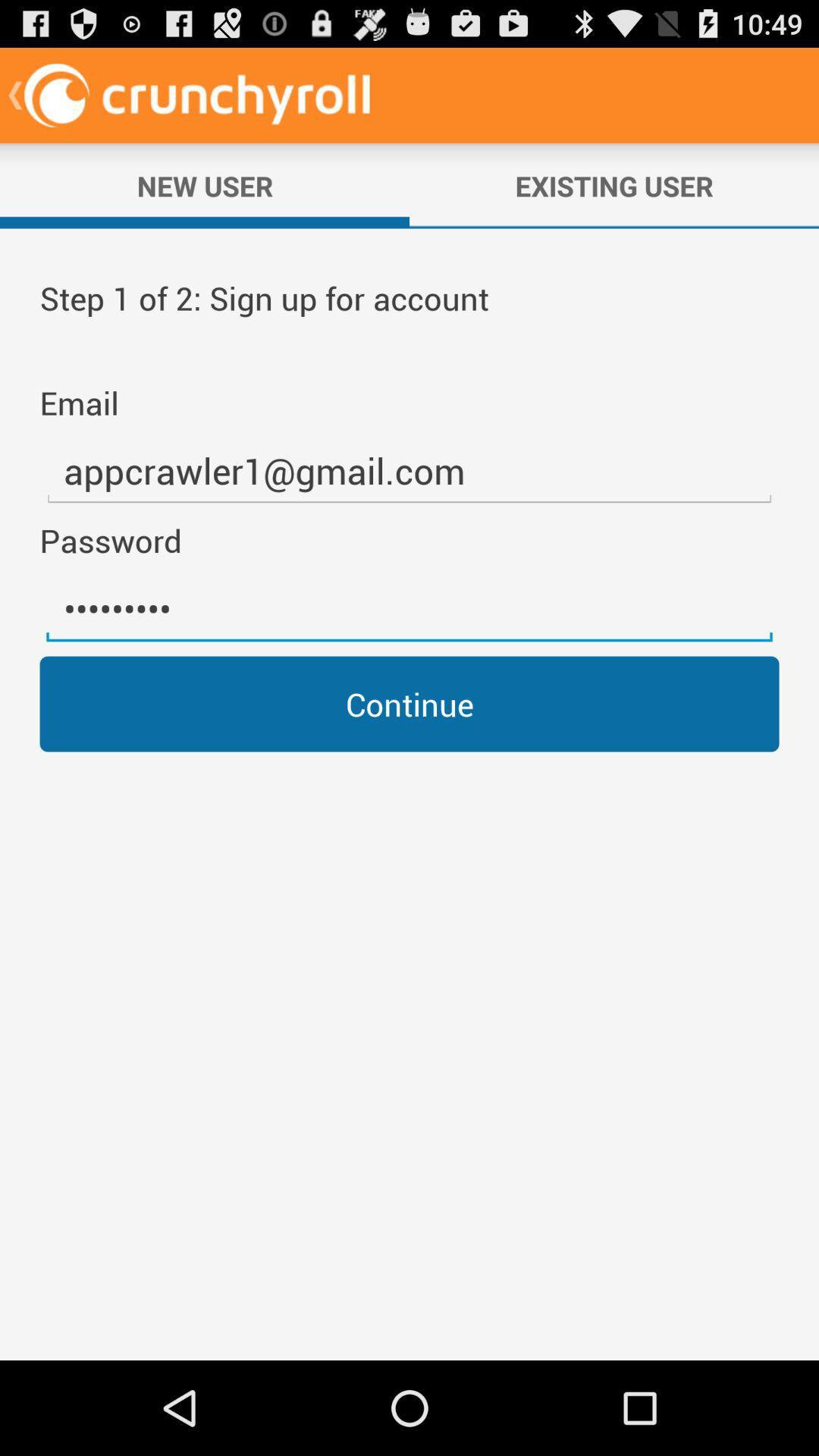  Describe the element at coordinates (409, 470) in the screenshot. I see `item below email item` at that location.